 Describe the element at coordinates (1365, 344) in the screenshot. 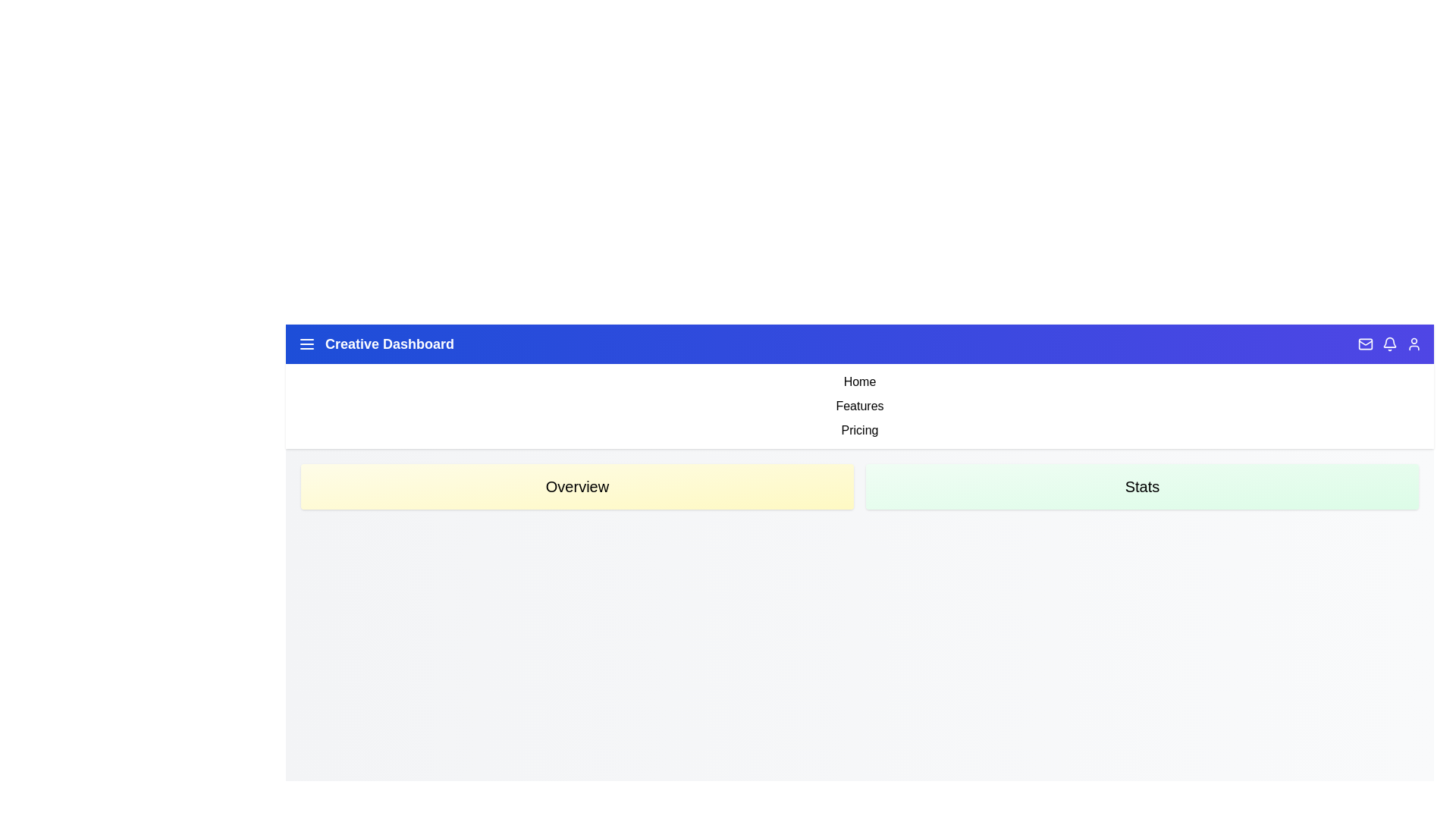

I see `the Mail icon in the header` at that location.